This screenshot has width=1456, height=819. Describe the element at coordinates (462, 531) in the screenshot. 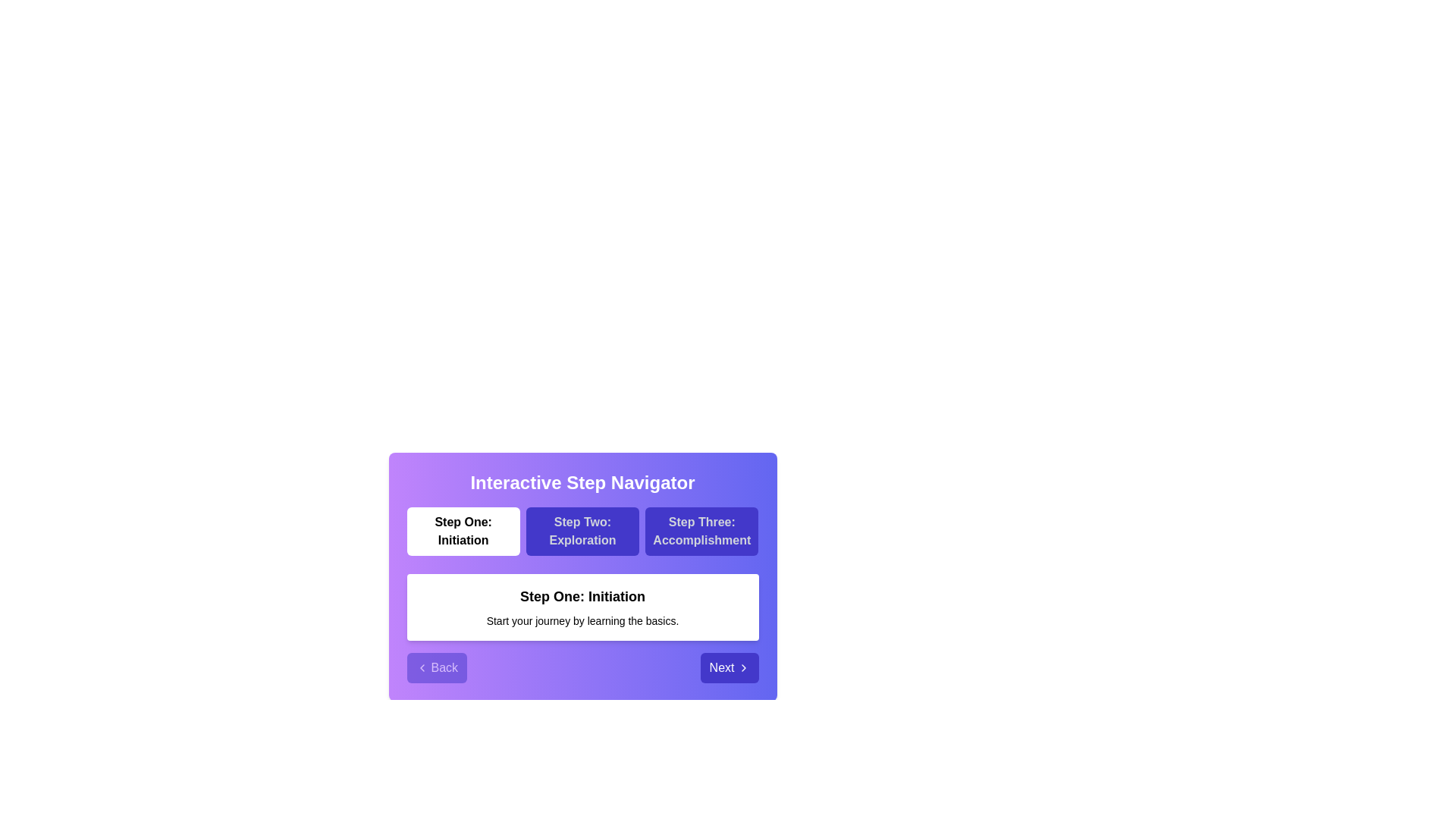

I see `the step labeled Step One: Initiation to navigate to it` at that location.